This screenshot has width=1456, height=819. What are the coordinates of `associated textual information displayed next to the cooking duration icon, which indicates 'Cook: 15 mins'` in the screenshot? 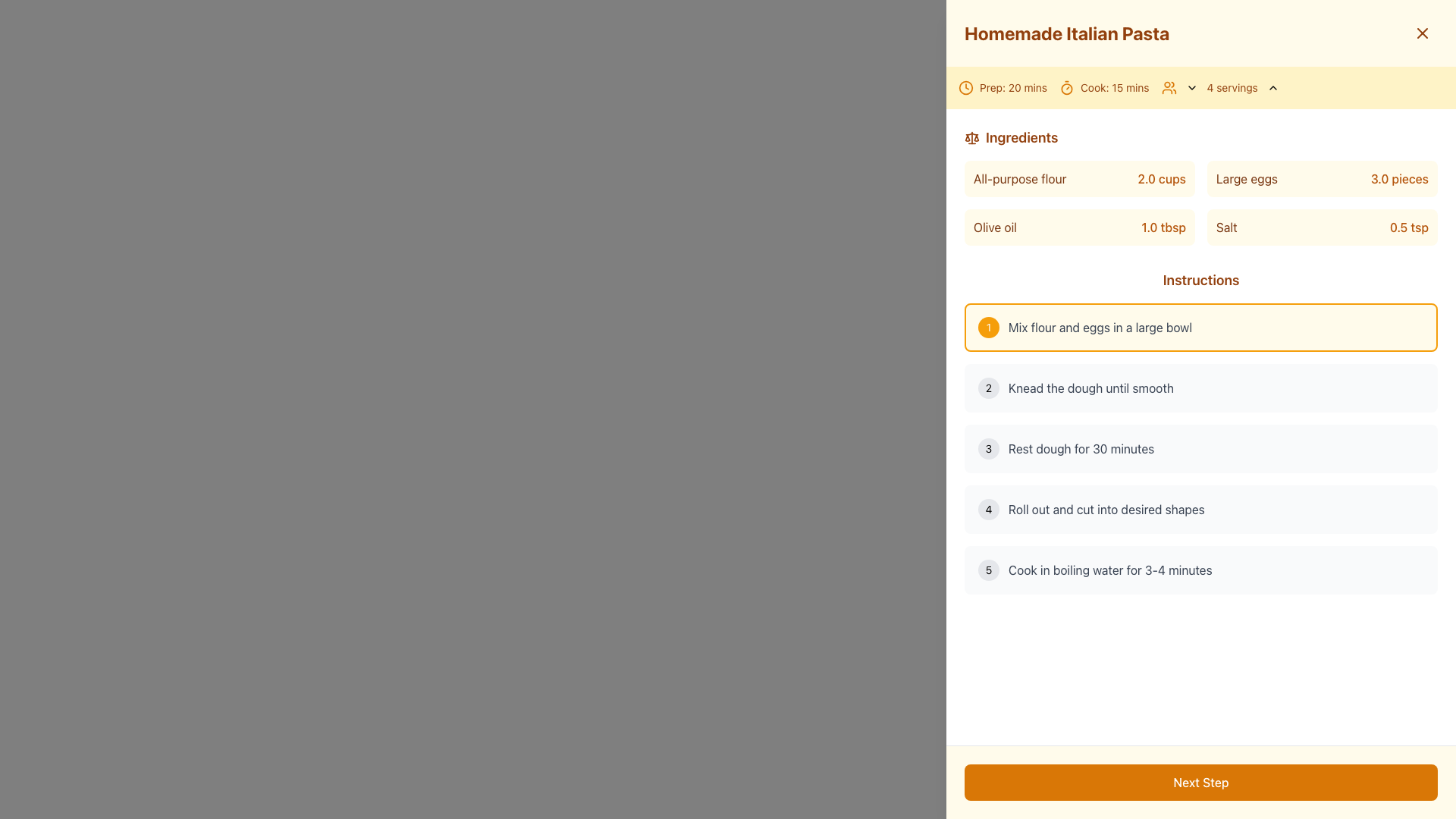 It's located at (1065, 87).